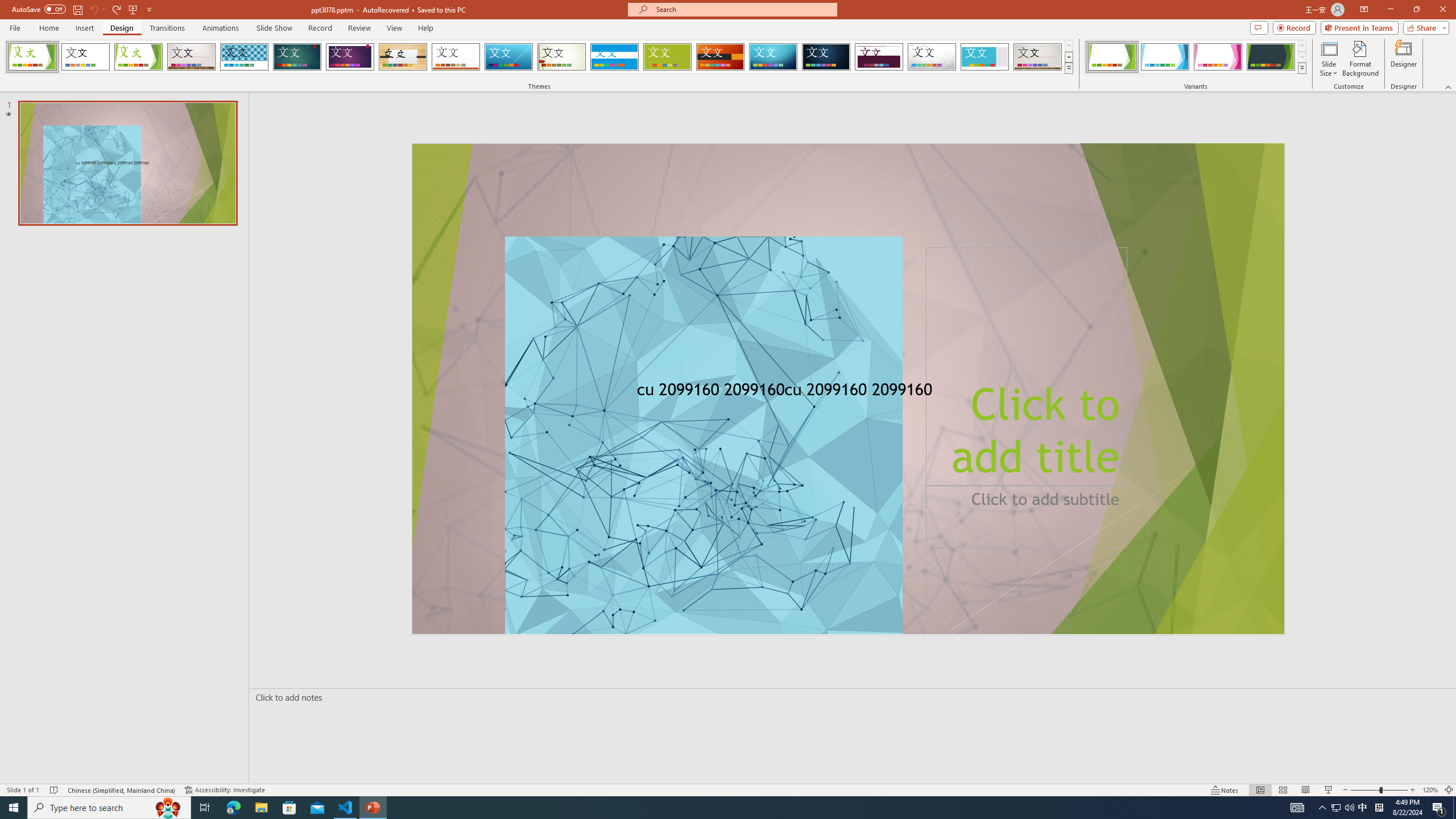  I want to click on 'Facet Variant 3', so click(1217, 56).